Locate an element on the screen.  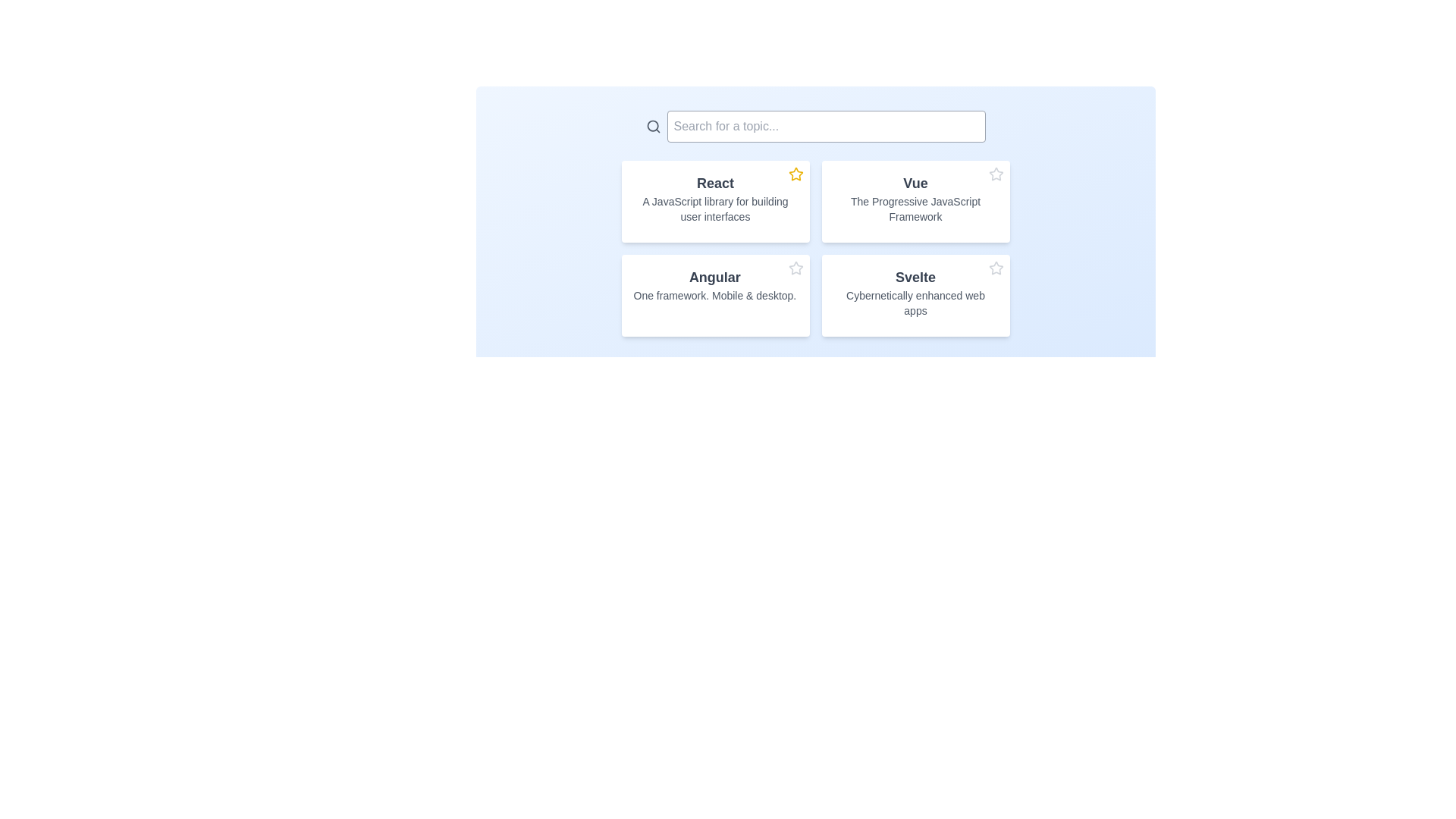
title text label indicating the subject of the card, which is 'React', located in the top-left card of a grid layout is located at coordinates (714, 183).